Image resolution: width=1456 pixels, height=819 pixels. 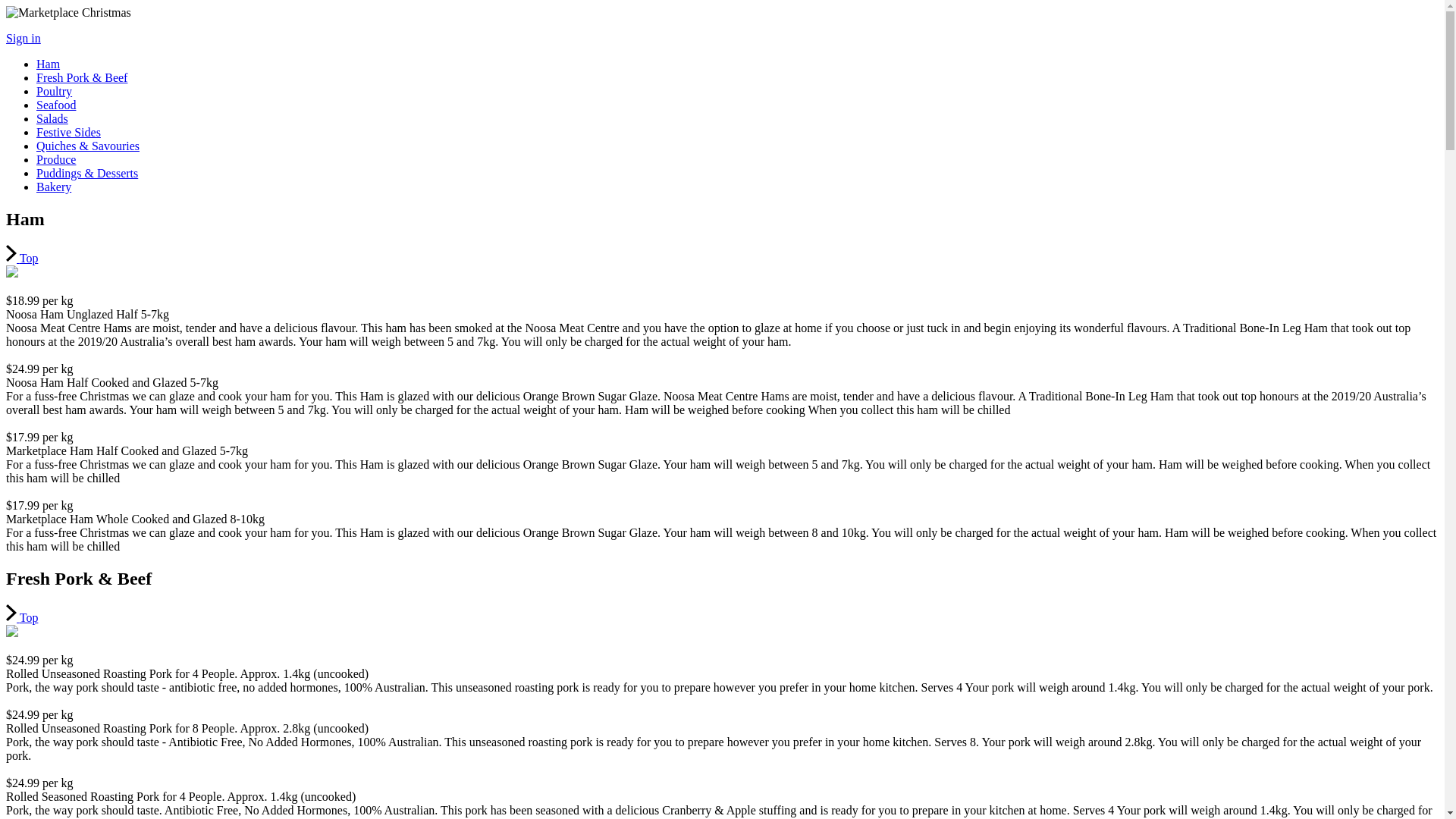 What do you see at coordinates (55, 159) in the screenshot?
I see `'Produce'` at bounding box center [55, 159].